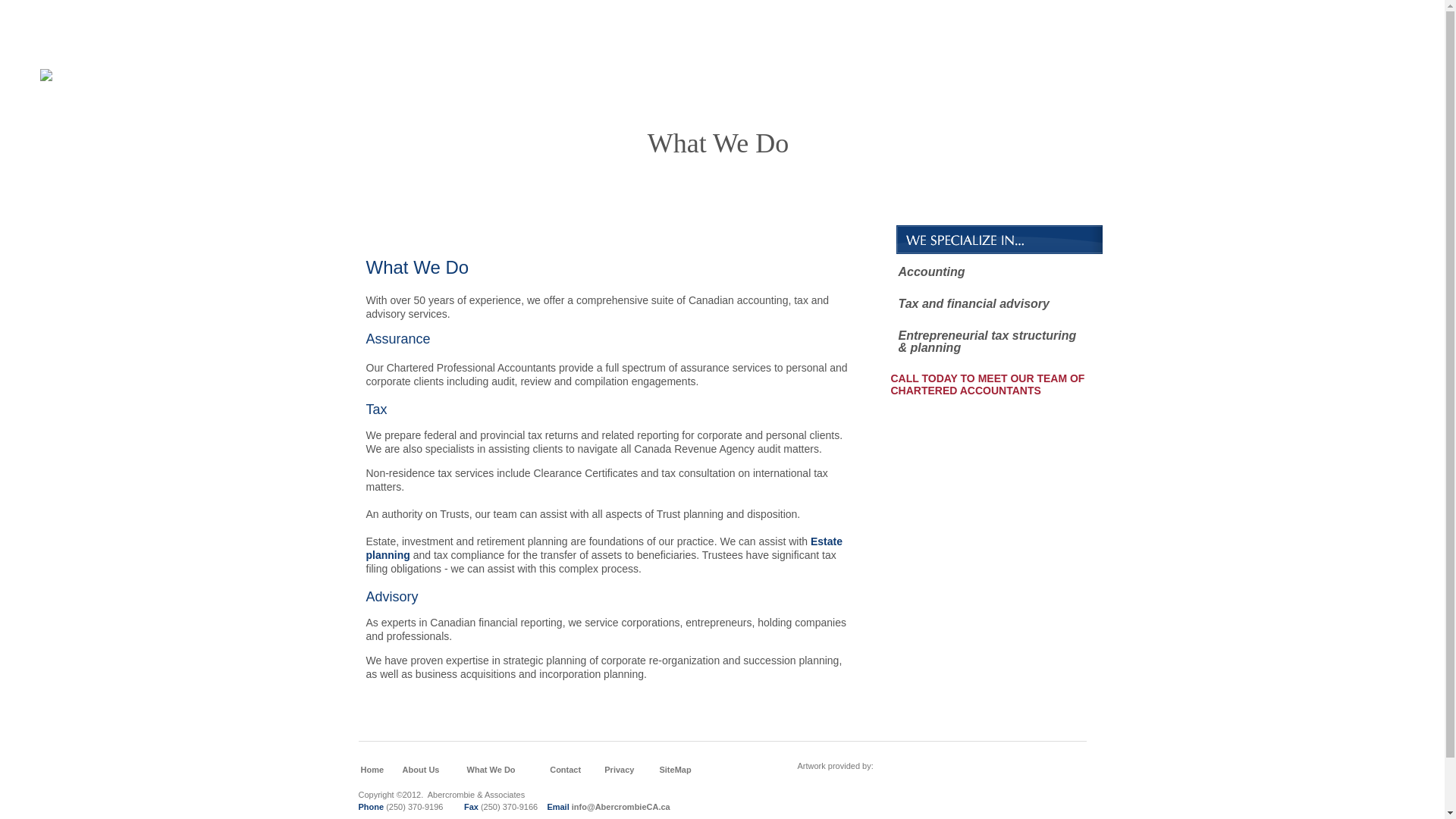 This screenshot has height=819, width=1456. I want to click on 'Privacy', so click(603, 769).